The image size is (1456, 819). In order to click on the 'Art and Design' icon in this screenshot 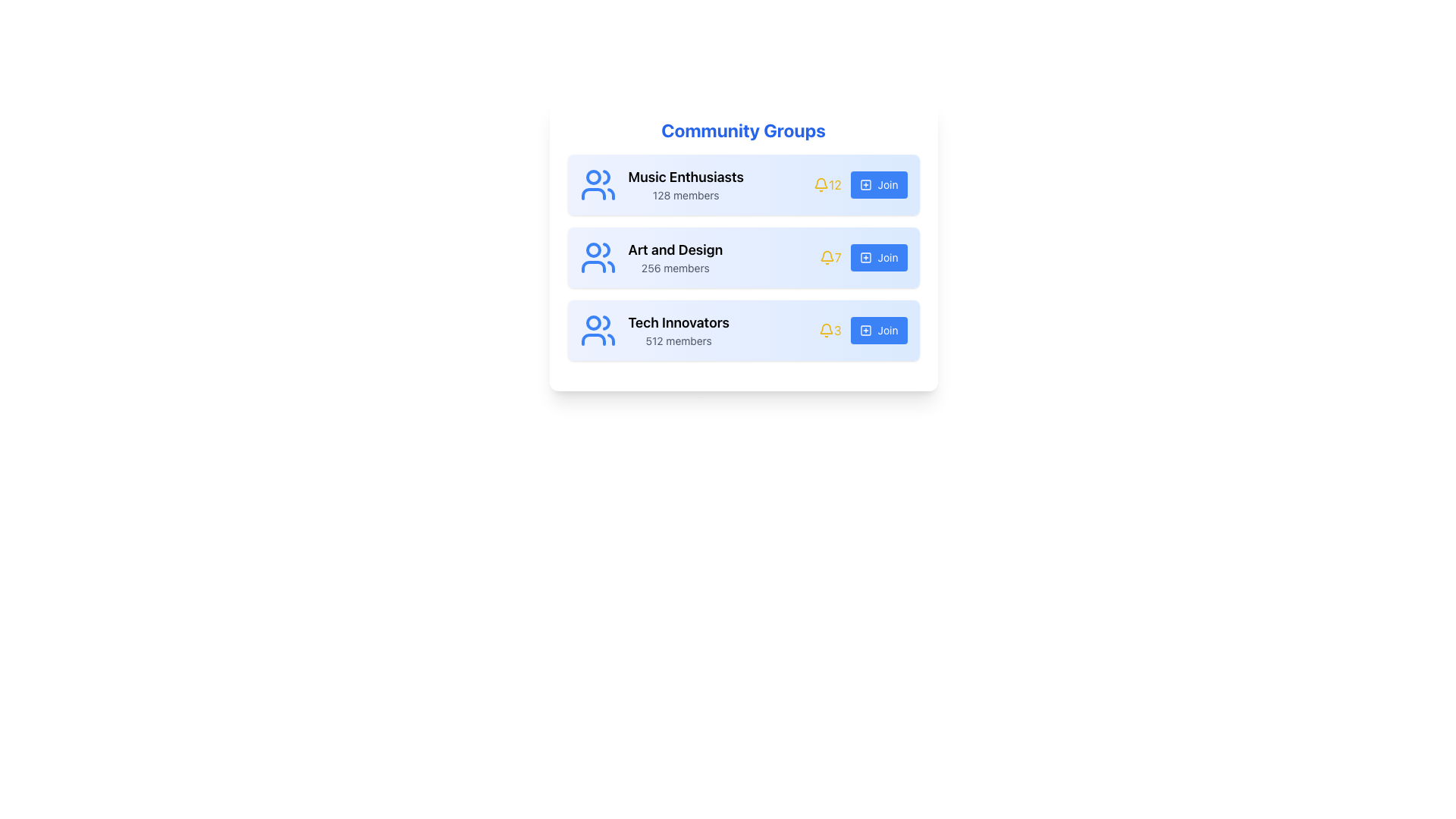, I will do `click(597, 256)`.